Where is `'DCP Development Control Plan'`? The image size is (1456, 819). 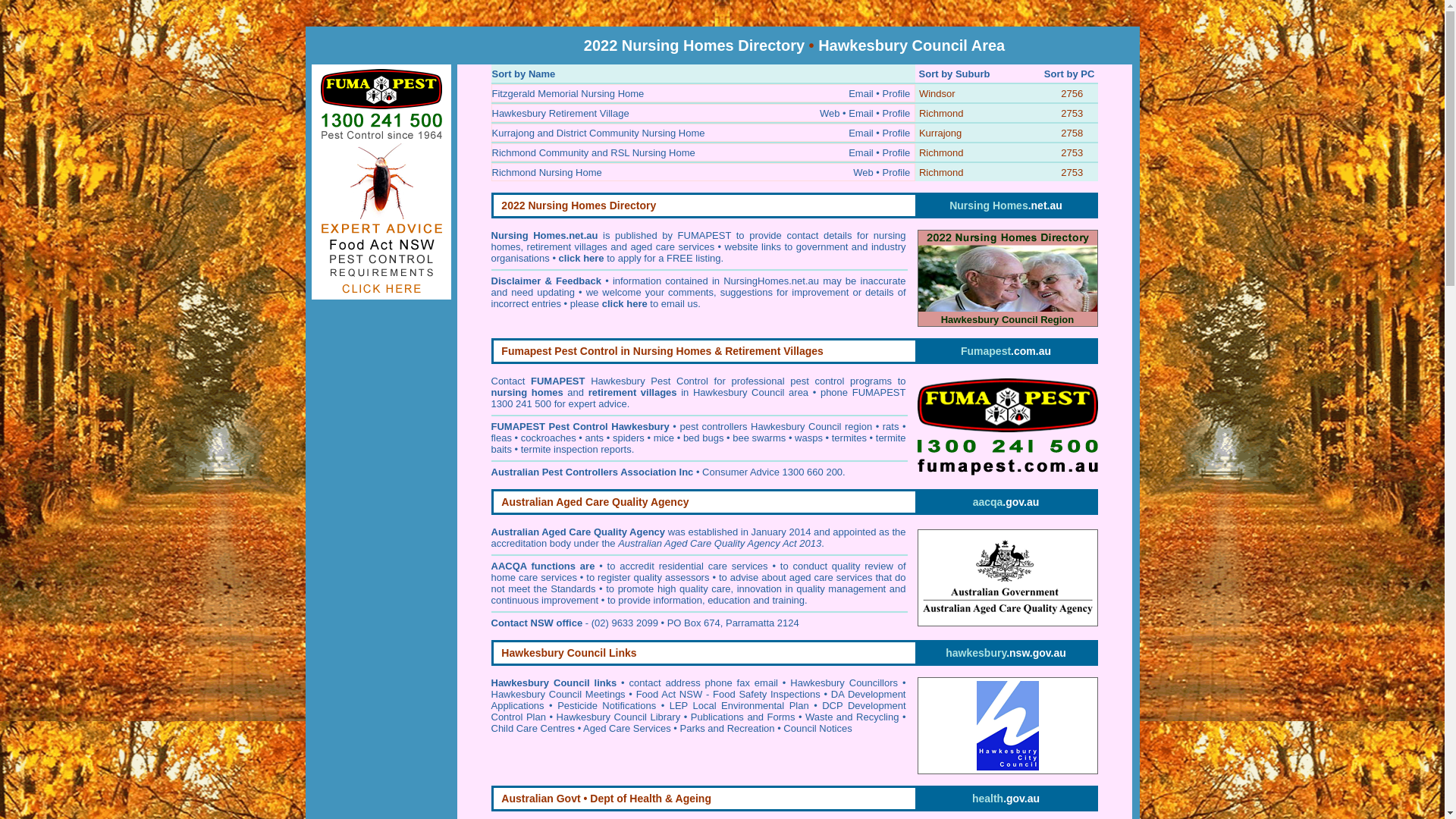
'DCP Development Control Plan' is located at coordinates (698, 711).